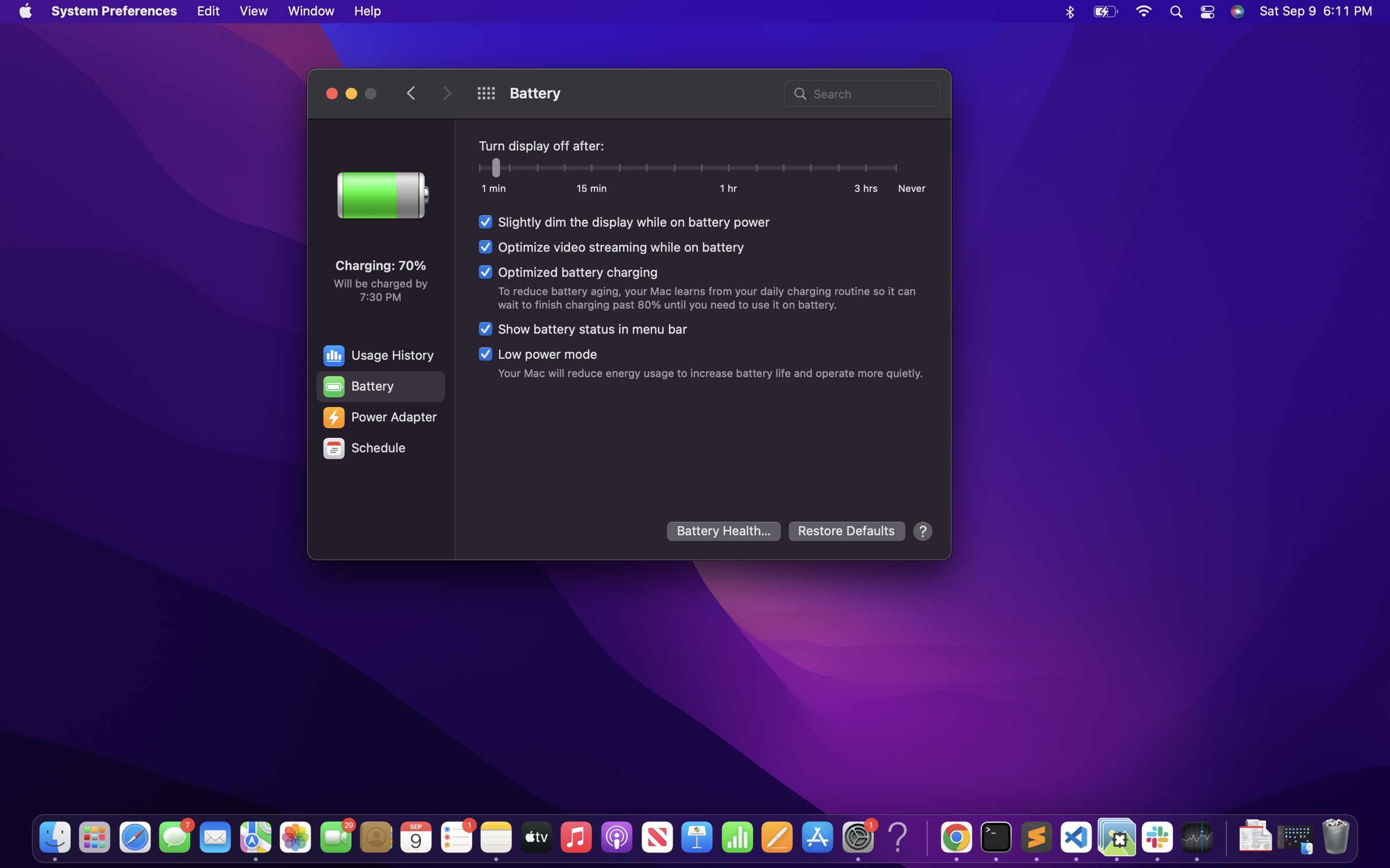 This screenshot has width=1390, height=868. What do you see at coordinates (624, 222) in the screenshot?
I see `Turn off the functionality which dims the display while operating on battery` at bounding box center [624, 222].